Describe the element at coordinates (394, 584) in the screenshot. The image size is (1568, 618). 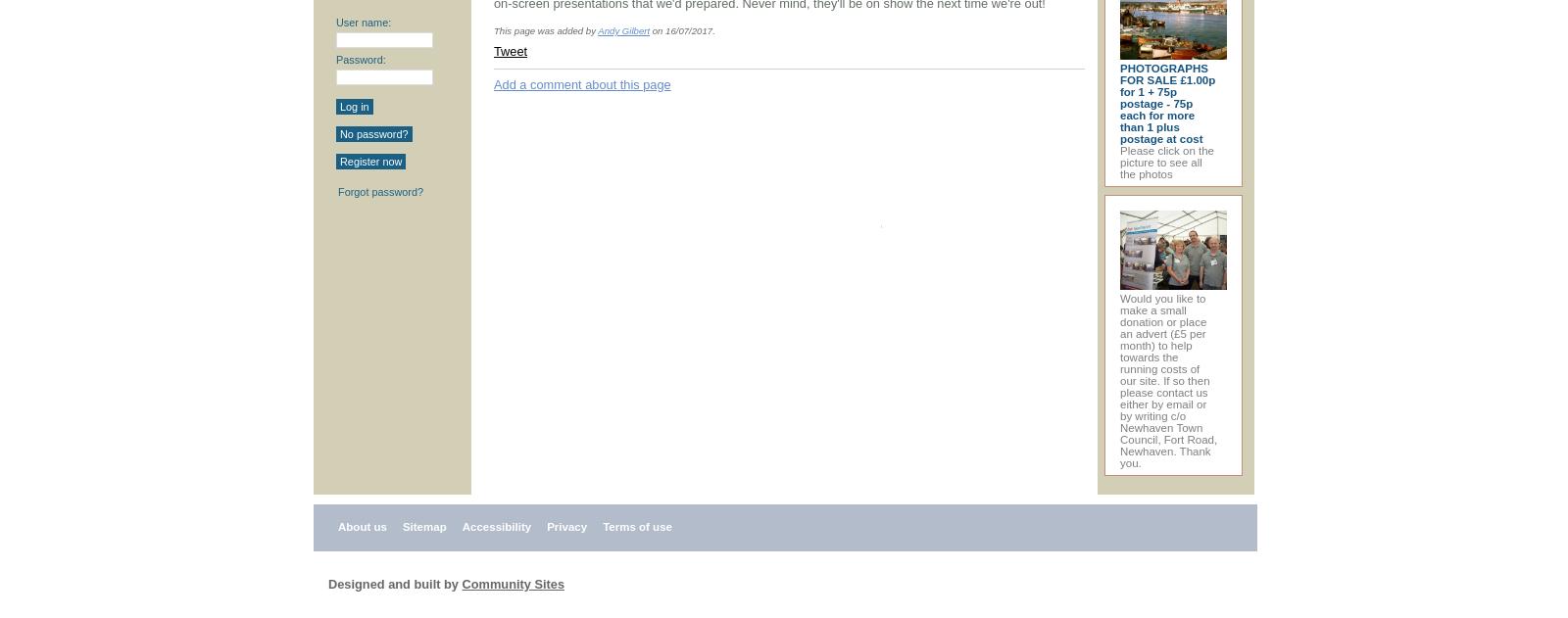
I see `'Designed and built by'` at that location.